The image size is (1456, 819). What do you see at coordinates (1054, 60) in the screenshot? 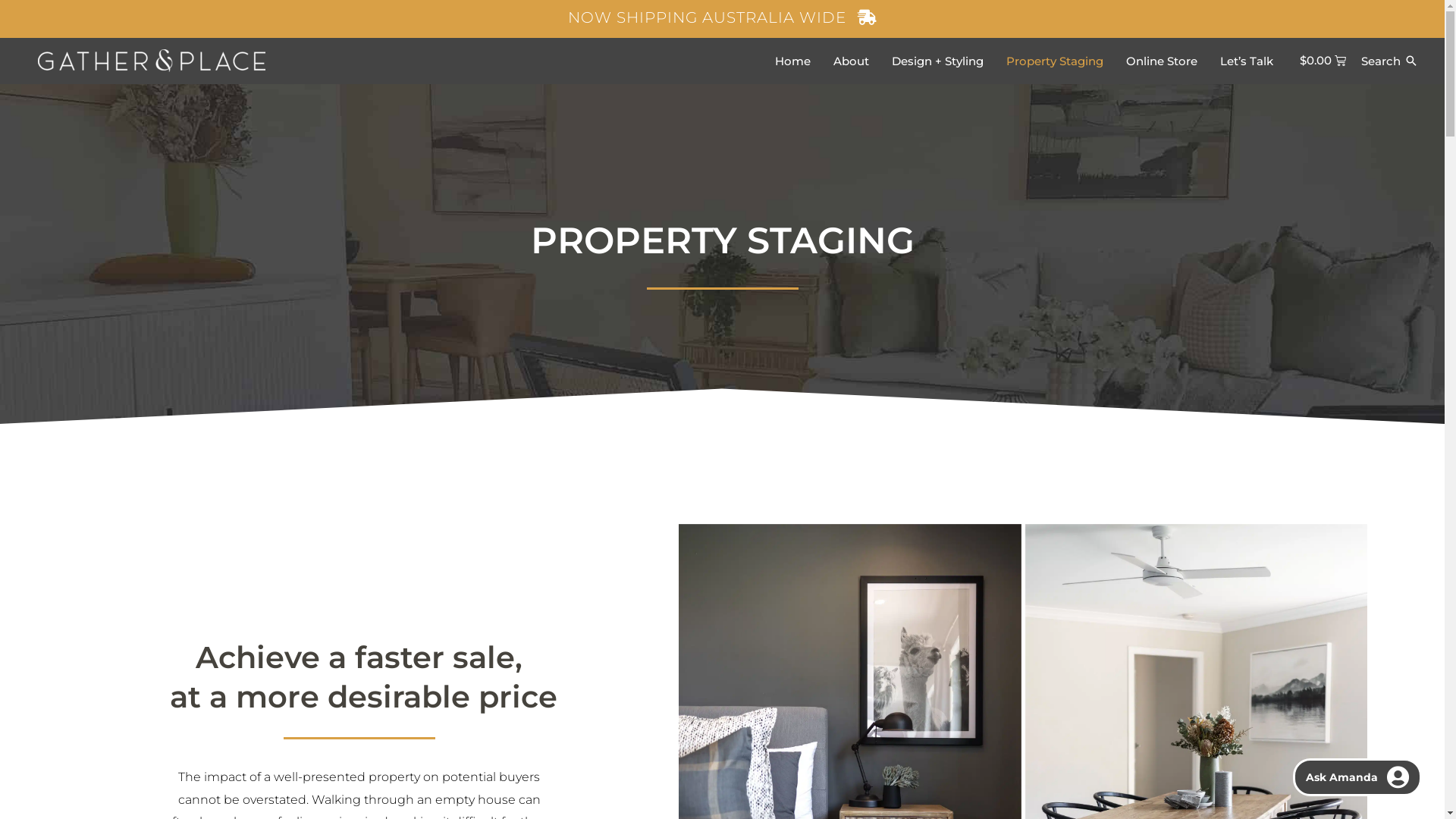
I see `'Property Staging'` at bounding box center [1054, 60].